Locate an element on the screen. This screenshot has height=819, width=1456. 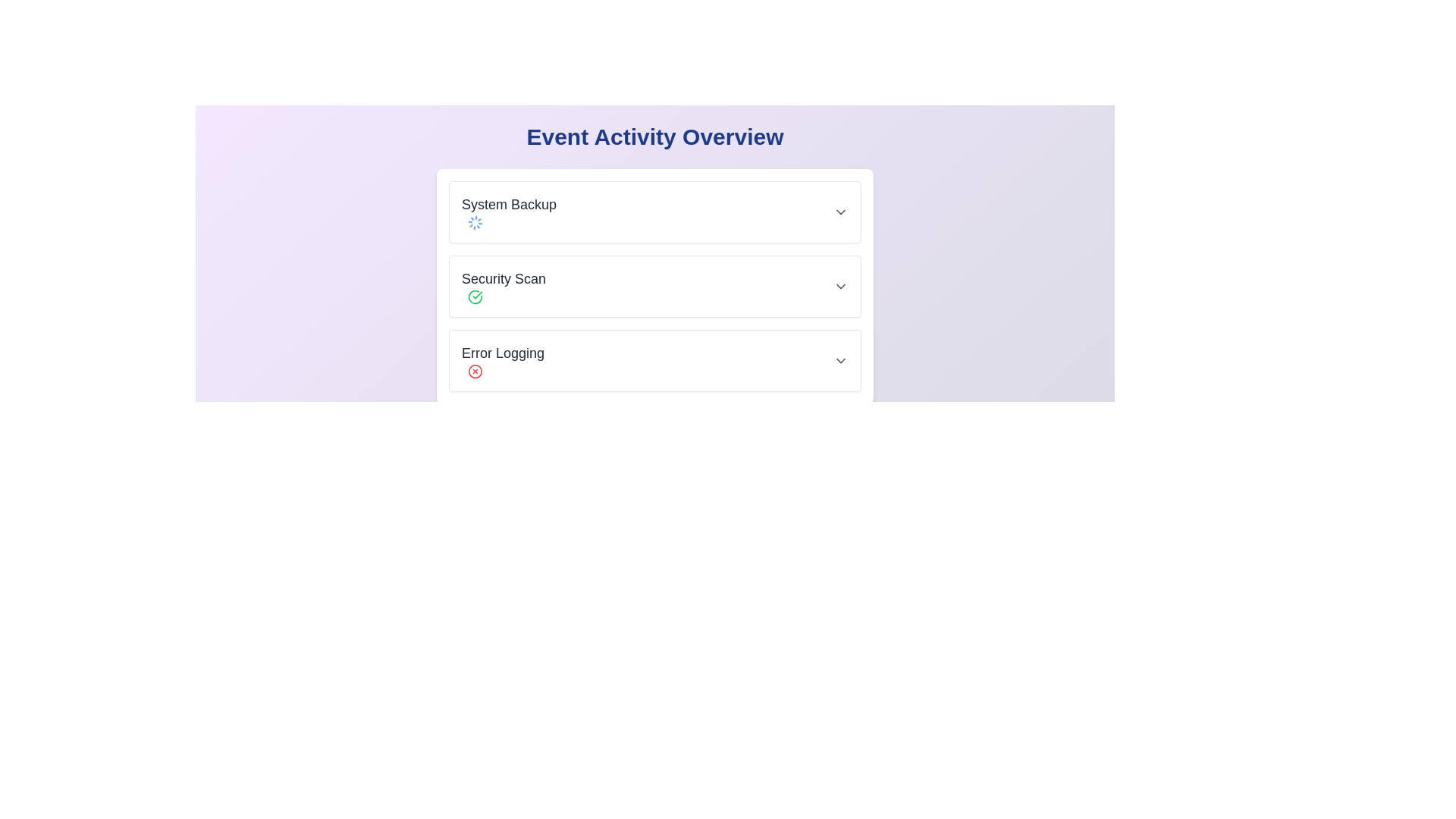
the 'System Backup' header text, which is styled in a large, bold font and prominently displayed in the center-left area of a white module is located at coordinates (509, 205).